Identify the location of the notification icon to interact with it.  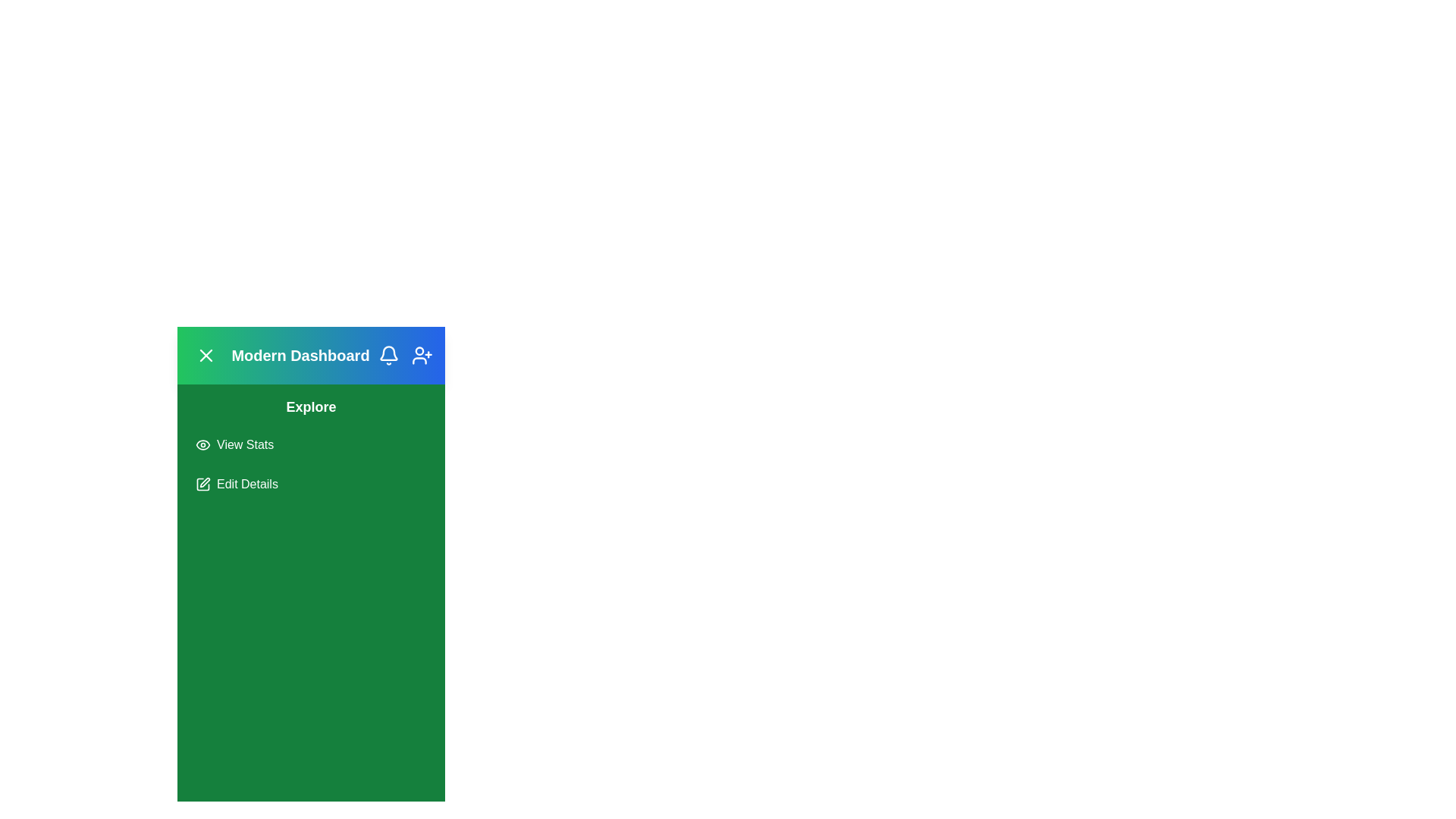
(389, 356).